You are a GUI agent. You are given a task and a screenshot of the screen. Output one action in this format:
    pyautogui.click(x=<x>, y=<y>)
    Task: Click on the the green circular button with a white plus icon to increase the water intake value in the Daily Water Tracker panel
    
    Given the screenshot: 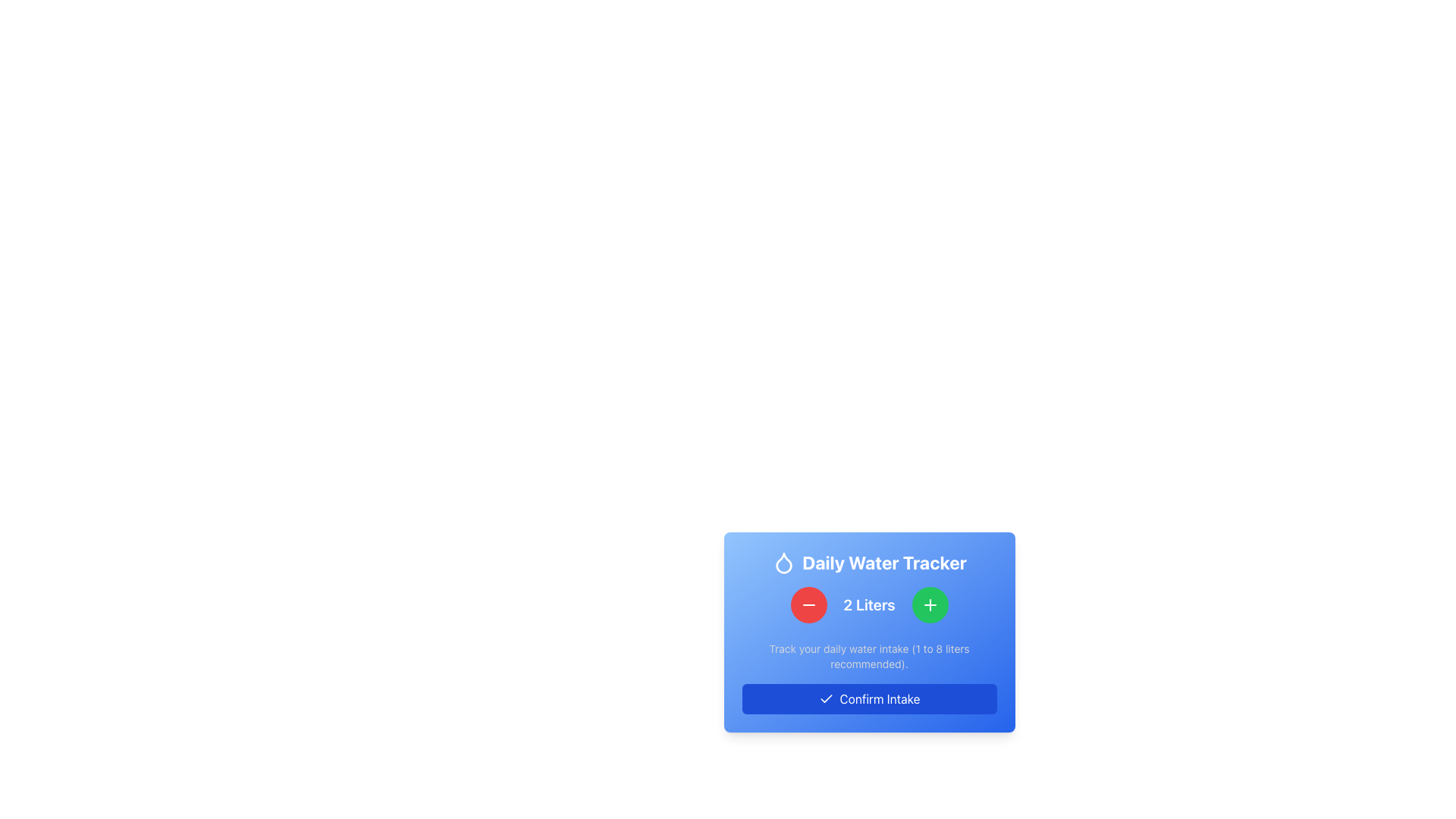 What is the action you would take?
    pyautogui.click(x=929, y=604)
    